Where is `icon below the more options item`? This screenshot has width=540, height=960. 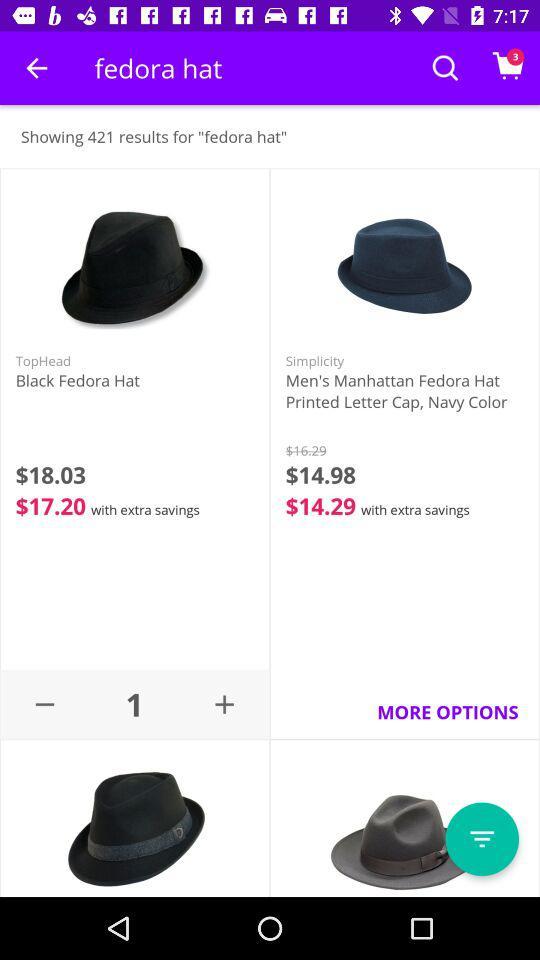
icon below the more options item is located at coordinates (481, 839).